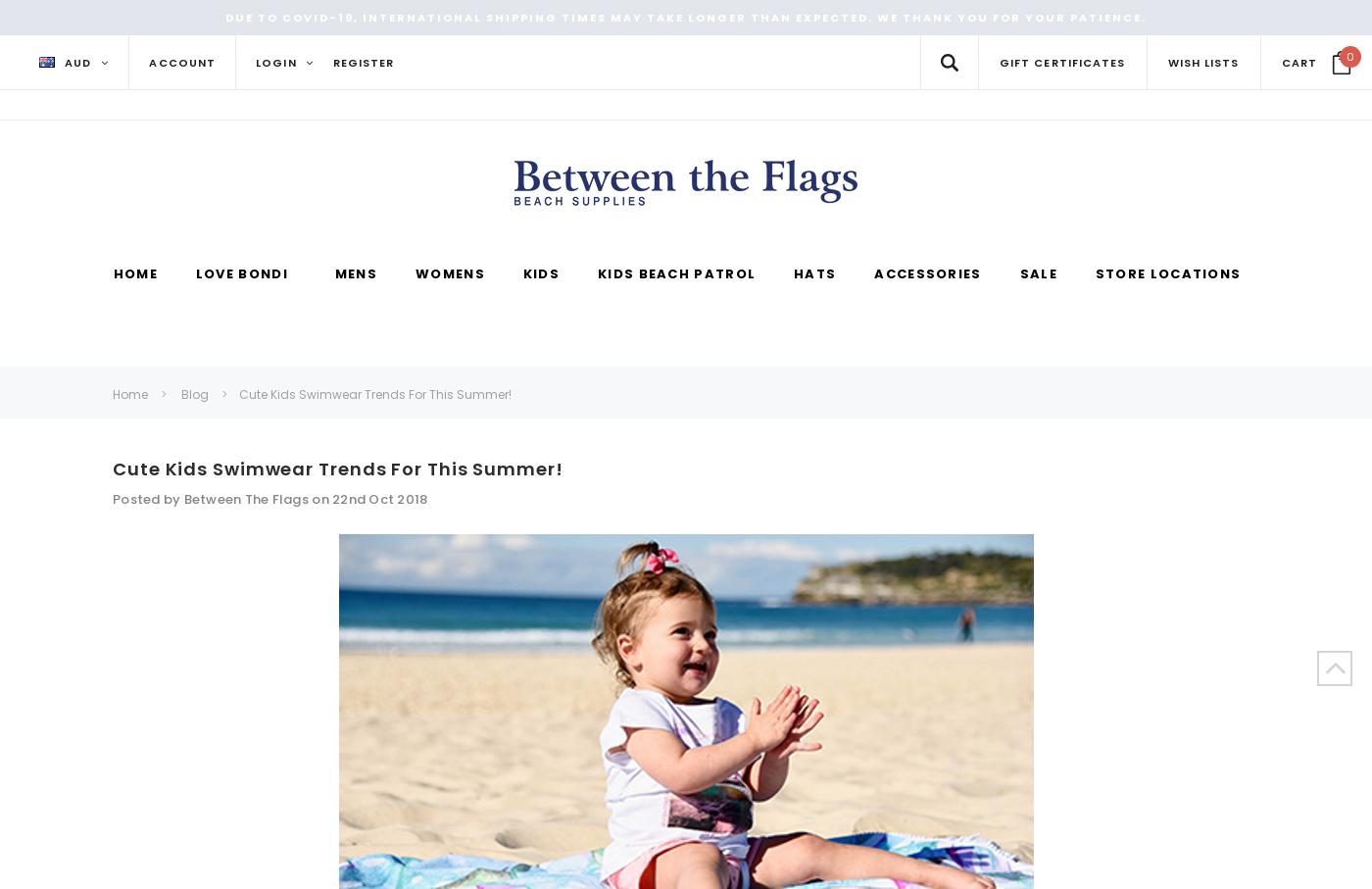  What do you see at coordinates (1037, 272) in the screenshot?
I see `'Sale'` at bounding box center [1037, 272].